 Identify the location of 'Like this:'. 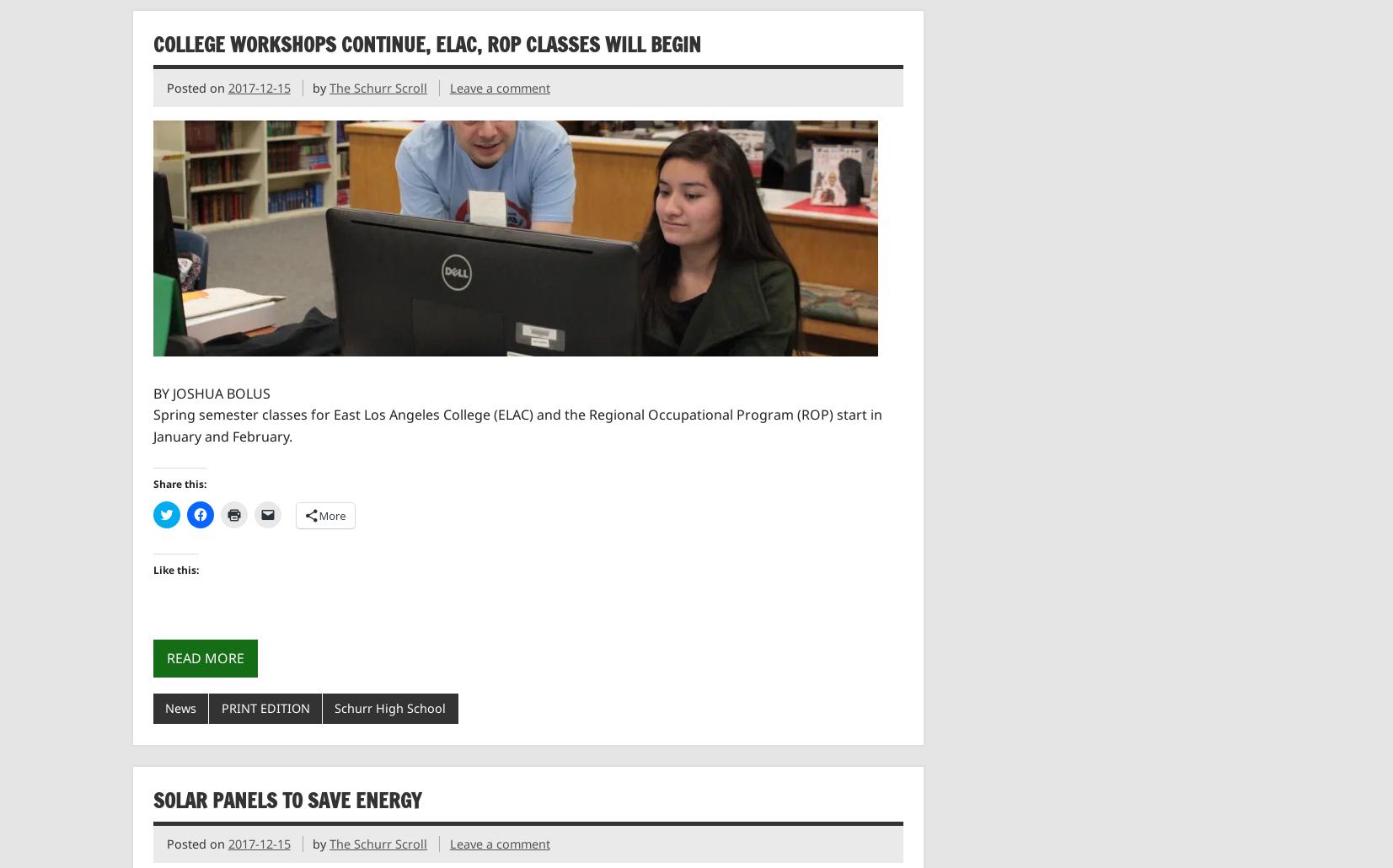
(174, 568).